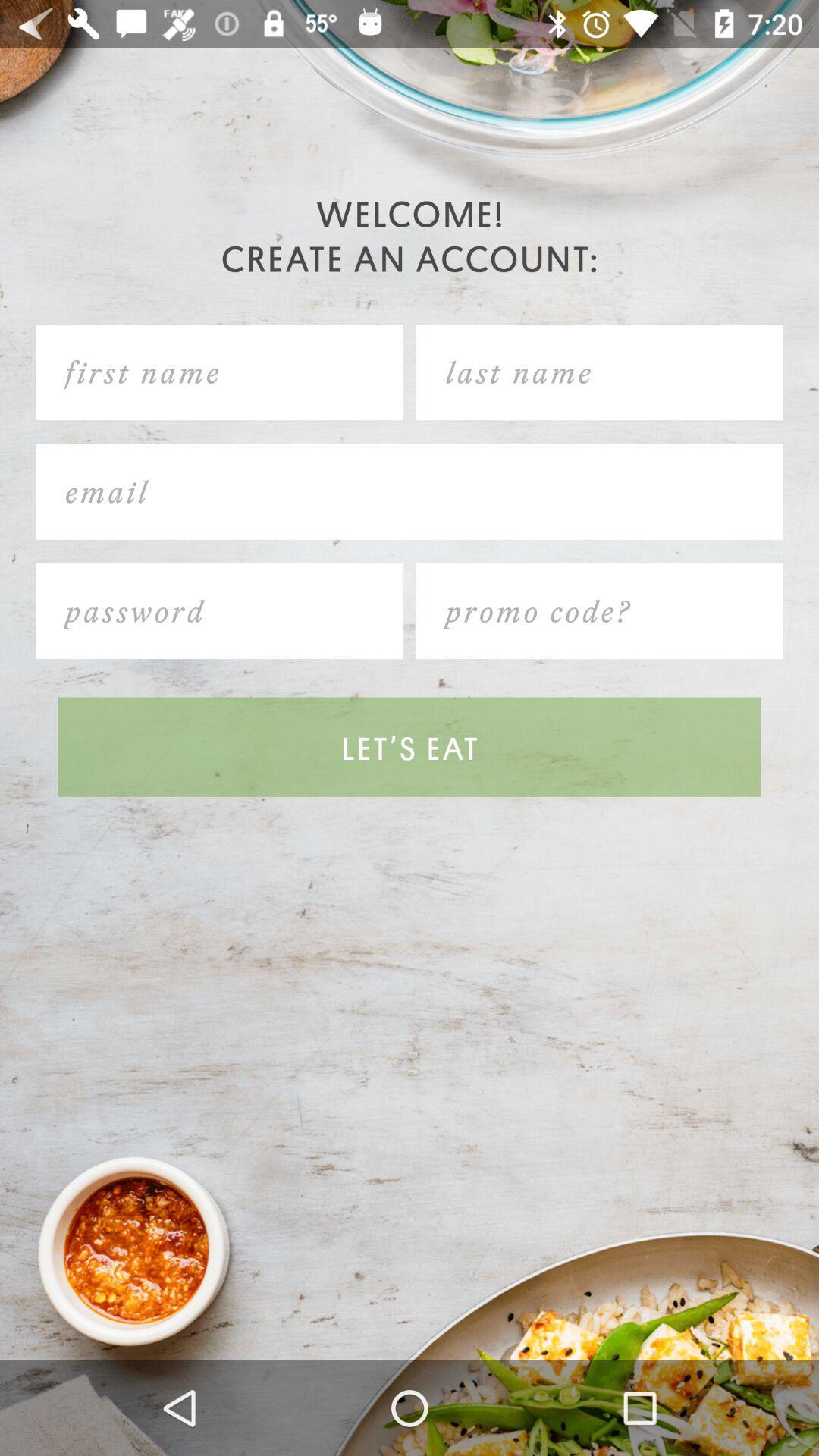 This screenshot has width=819, height=1456. I want to click on your lastname, so click(598, 372).